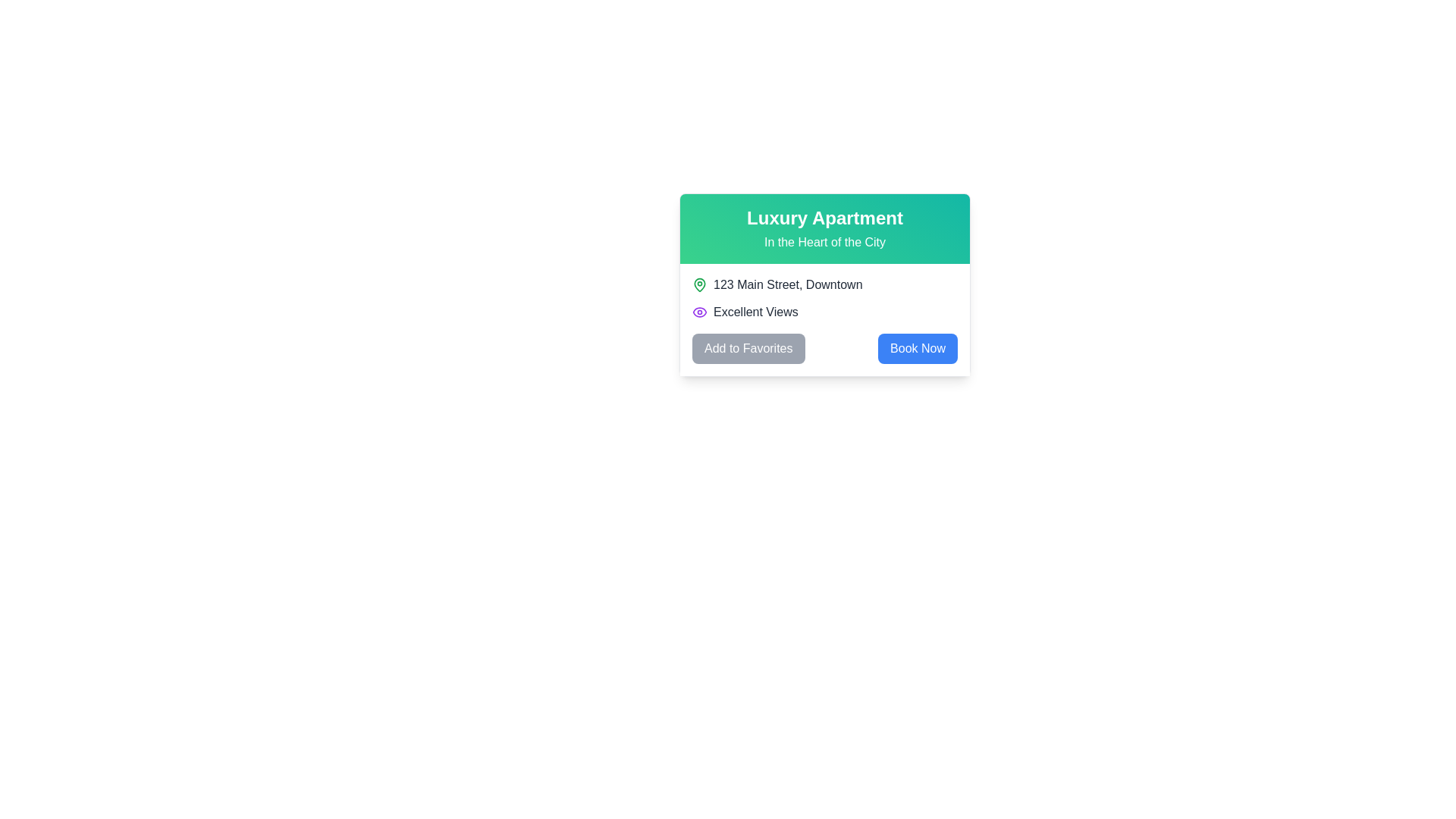 The height and width of the screenshot is (819, 1456). I want to click on text displayed next to the green map pin icon, which shows the address '123 Main Street, Downtown', so click(824, 284).